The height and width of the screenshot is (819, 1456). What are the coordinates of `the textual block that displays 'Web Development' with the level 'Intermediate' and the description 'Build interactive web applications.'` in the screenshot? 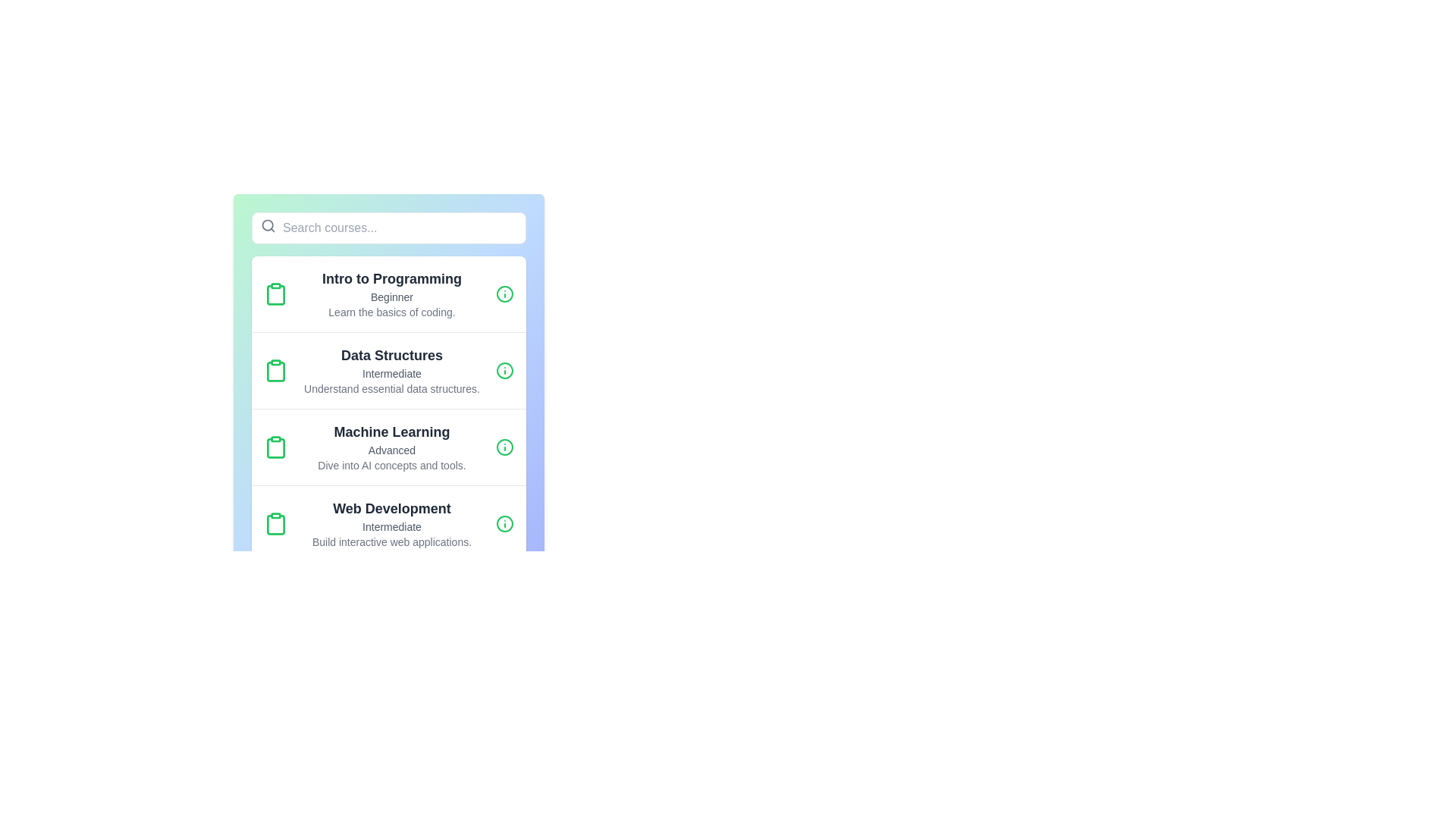 It's located at (392, 522).